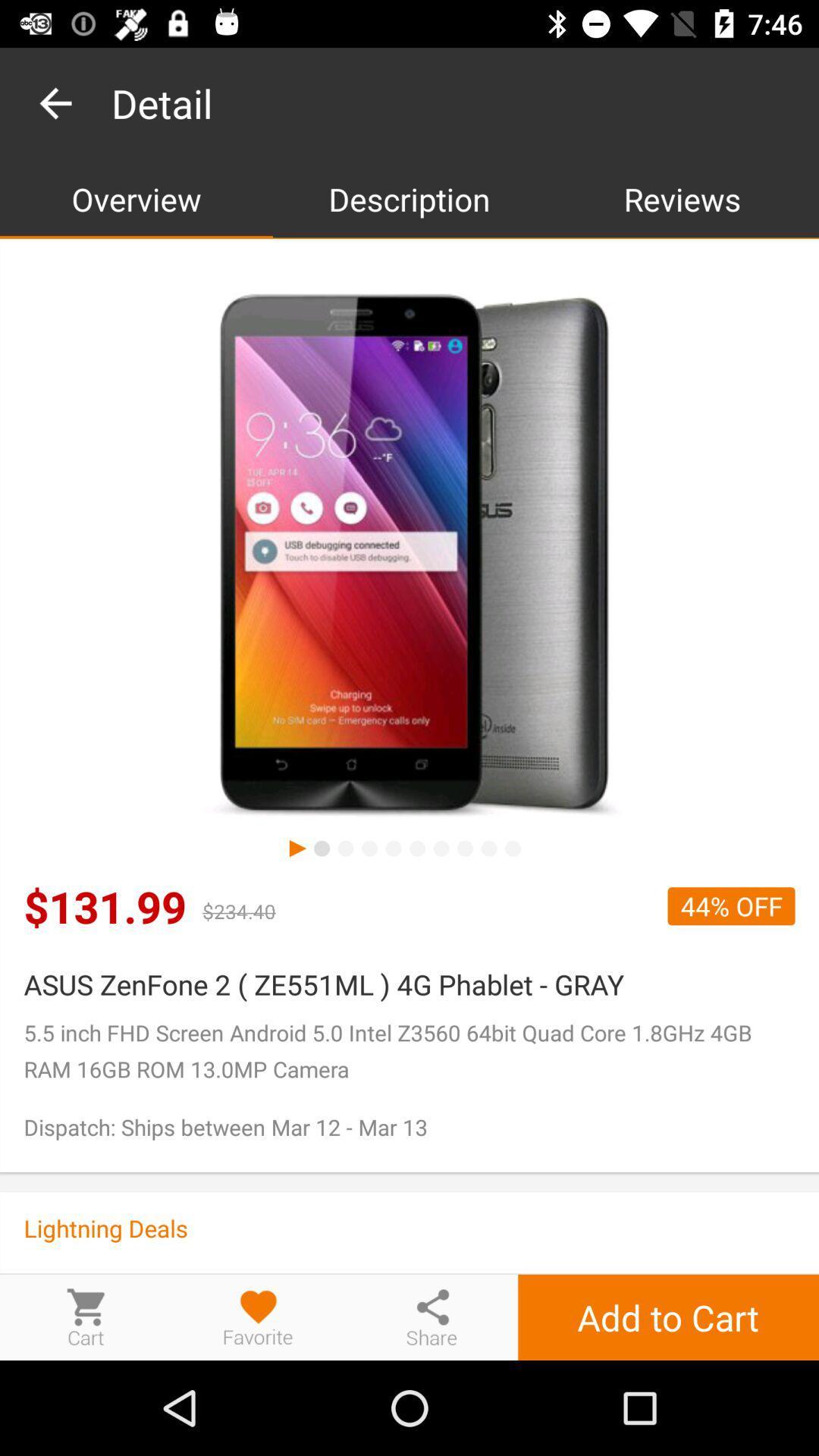  What do you see at coordinates (681, 198) in the screenshot?
I see `reviews app` at bounding box center [681, 198].